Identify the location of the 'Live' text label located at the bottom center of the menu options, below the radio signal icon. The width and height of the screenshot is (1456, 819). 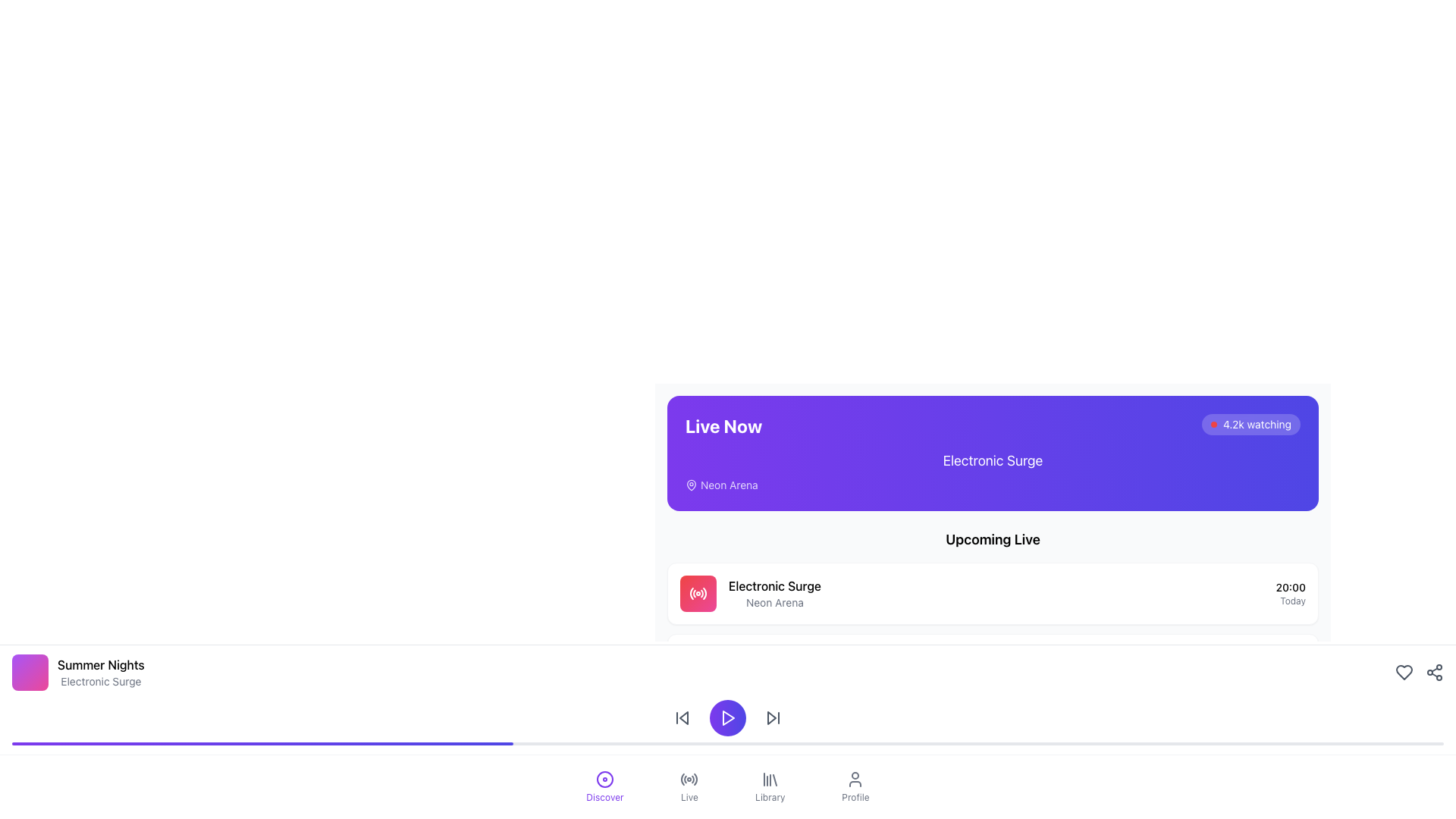
(689, 797).